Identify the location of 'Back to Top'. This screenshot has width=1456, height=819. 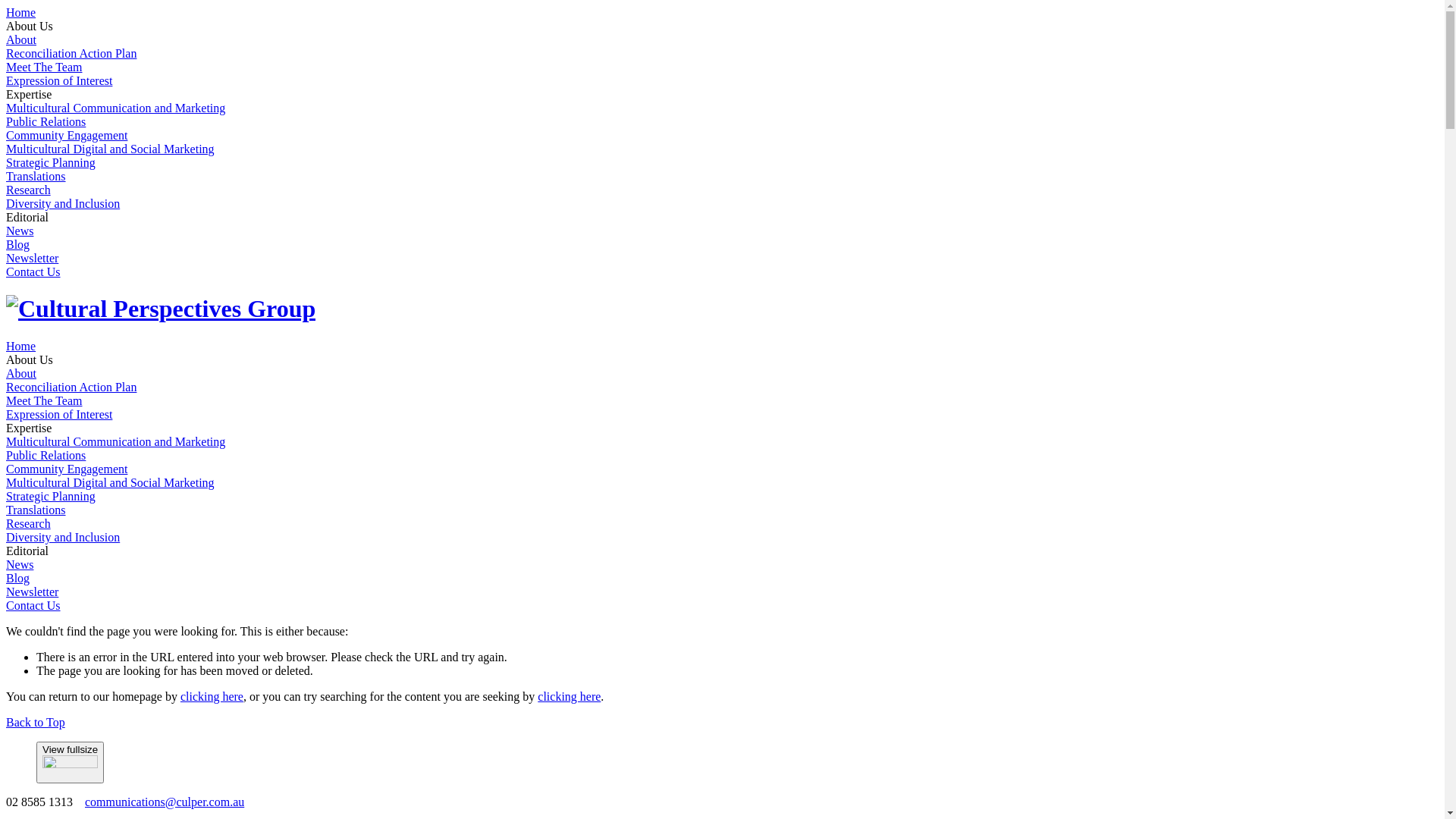
(6, 721).